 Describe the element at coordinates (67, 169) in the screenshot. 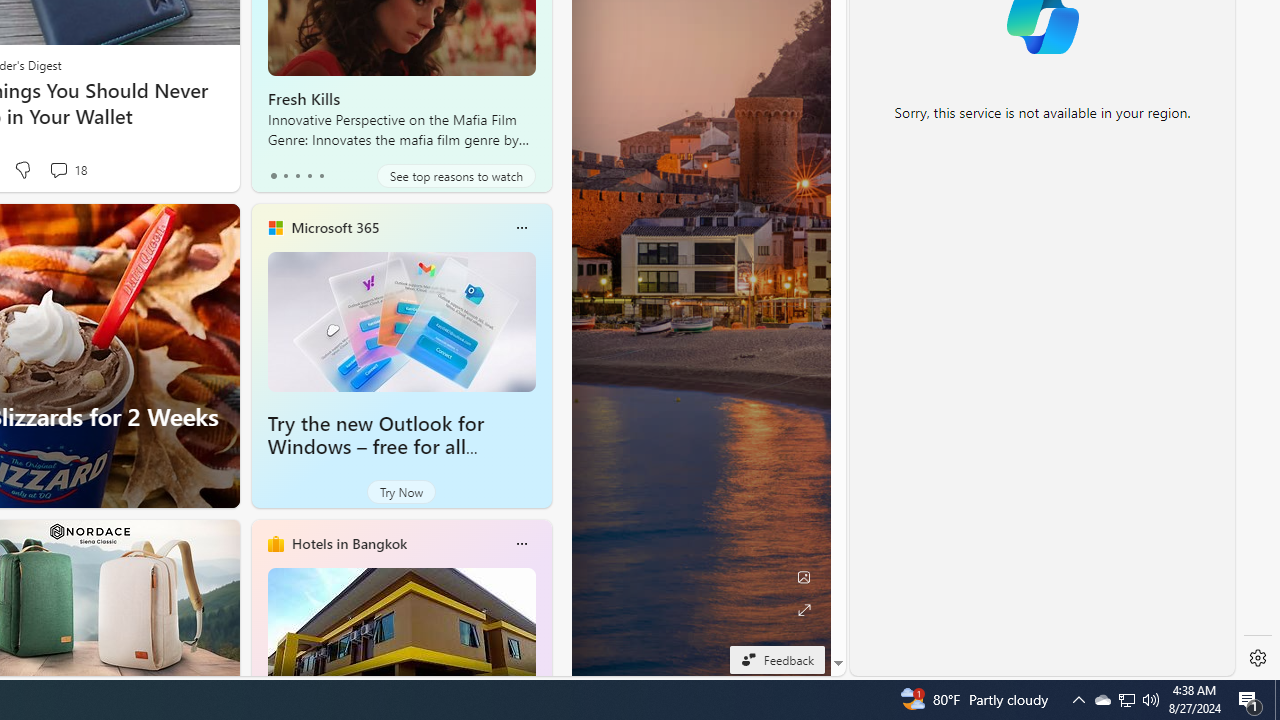

I see `'View comments 18 Comment'` at that location.